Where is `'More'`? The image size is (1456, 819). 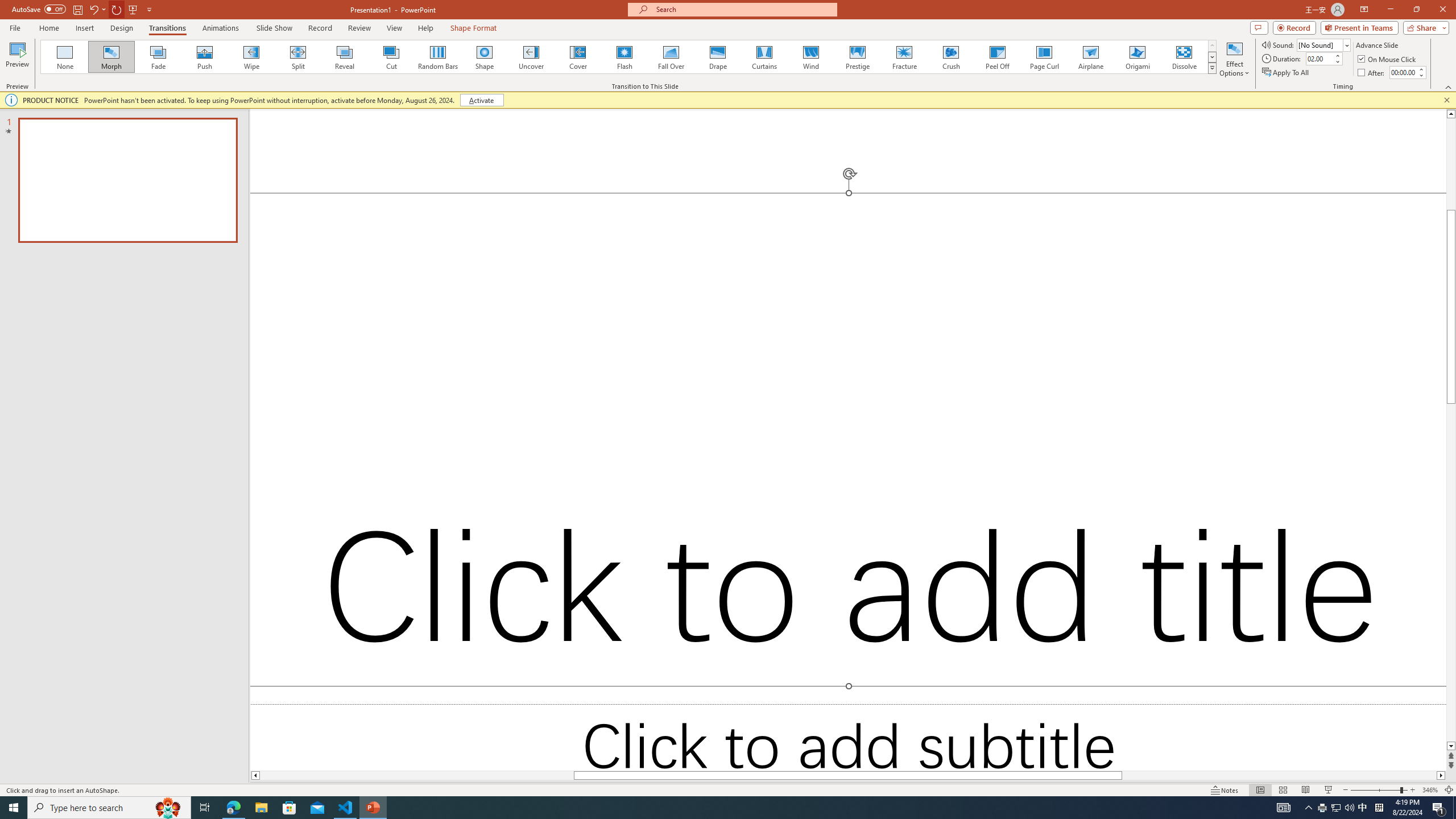 'More' is located at coordinates (1421, 68).